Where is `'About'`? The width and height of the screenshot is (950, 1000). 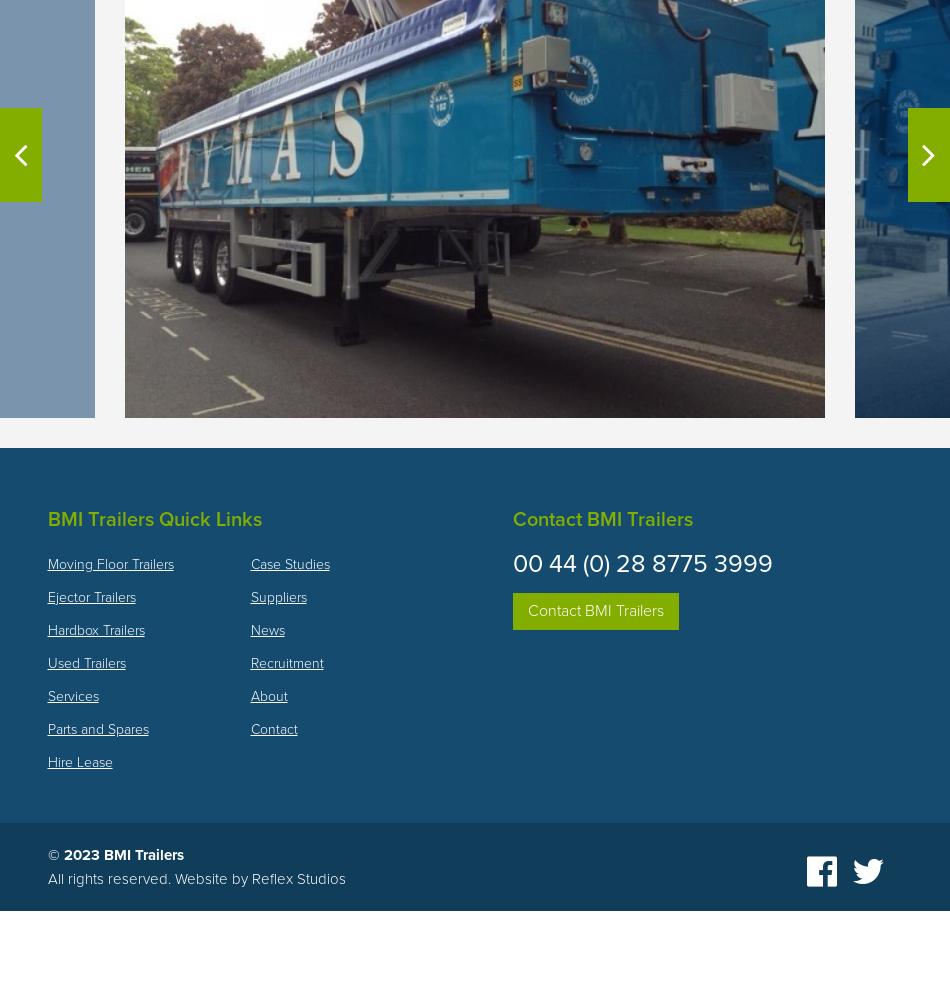
'About' is located at coordinates (267, 694).